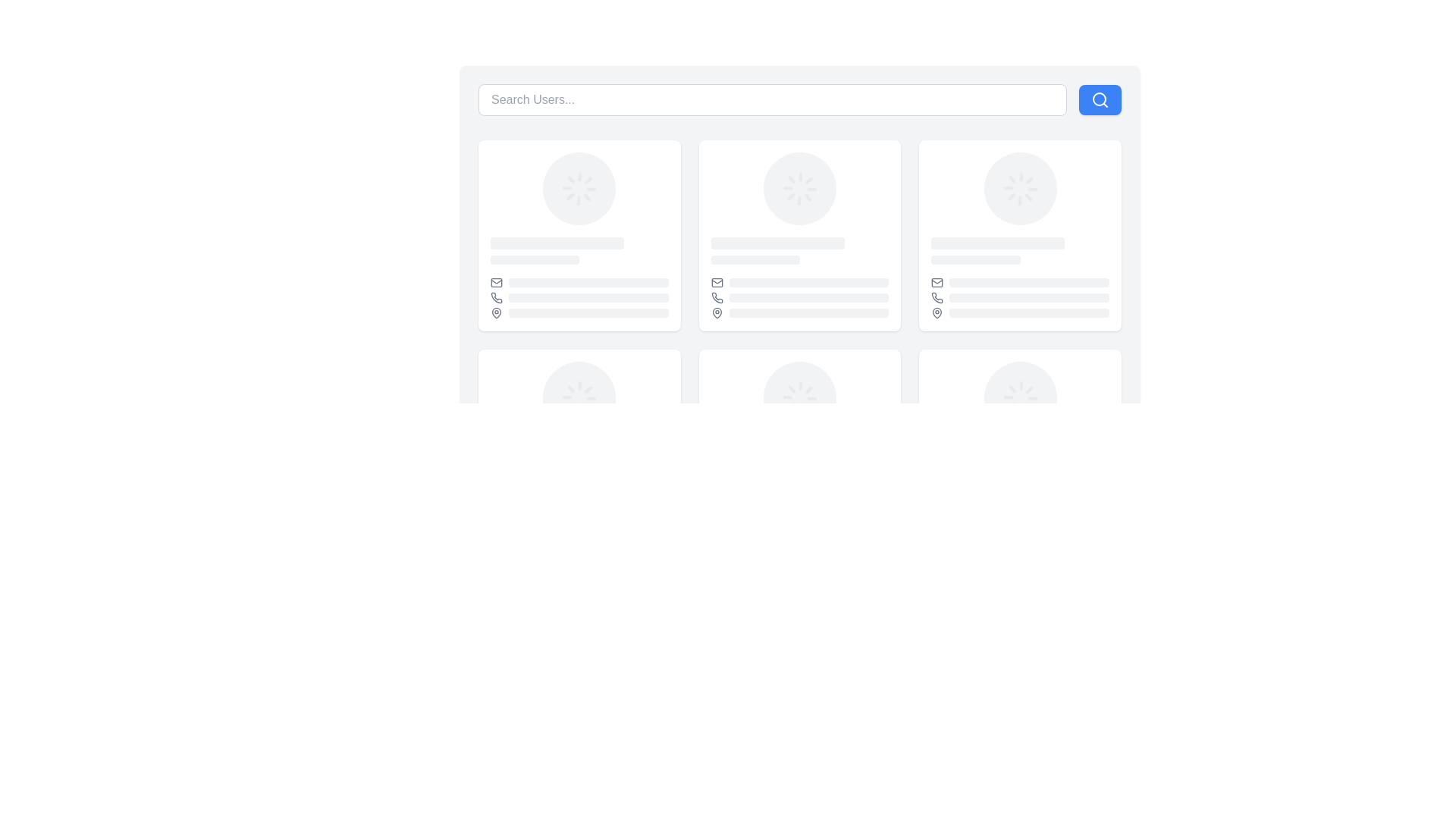 This screenshot has height=819, width=1456. Describe the element at coordinates (1099, 99) in the screenshot. I see `the SVG circle element representing the lens of the search icon located at the top-right corner of the application's interface` at that location.